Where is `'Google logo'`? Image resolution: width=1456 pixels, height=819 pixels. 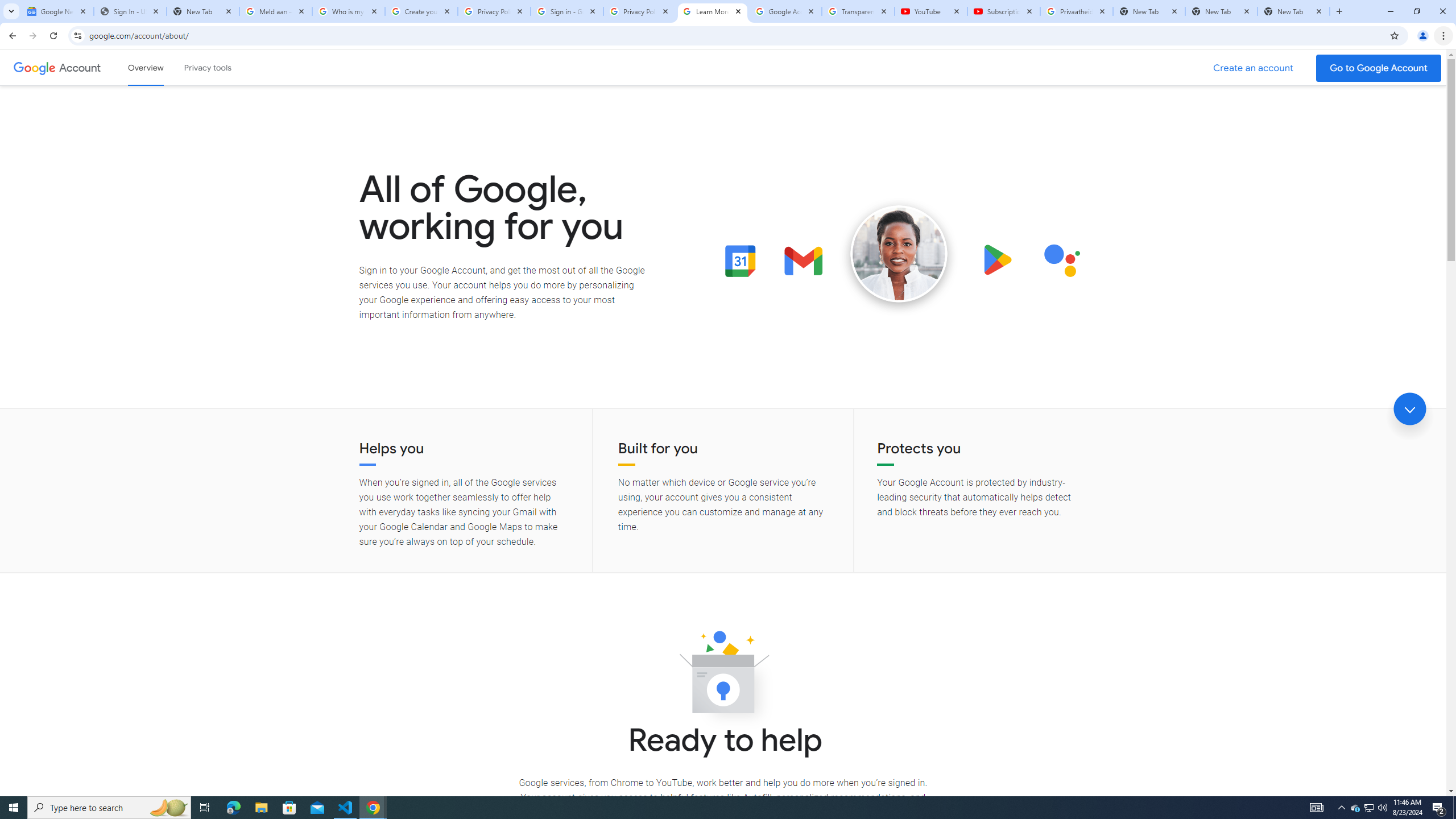
'Google logo' is located at coordinates (34, 67).